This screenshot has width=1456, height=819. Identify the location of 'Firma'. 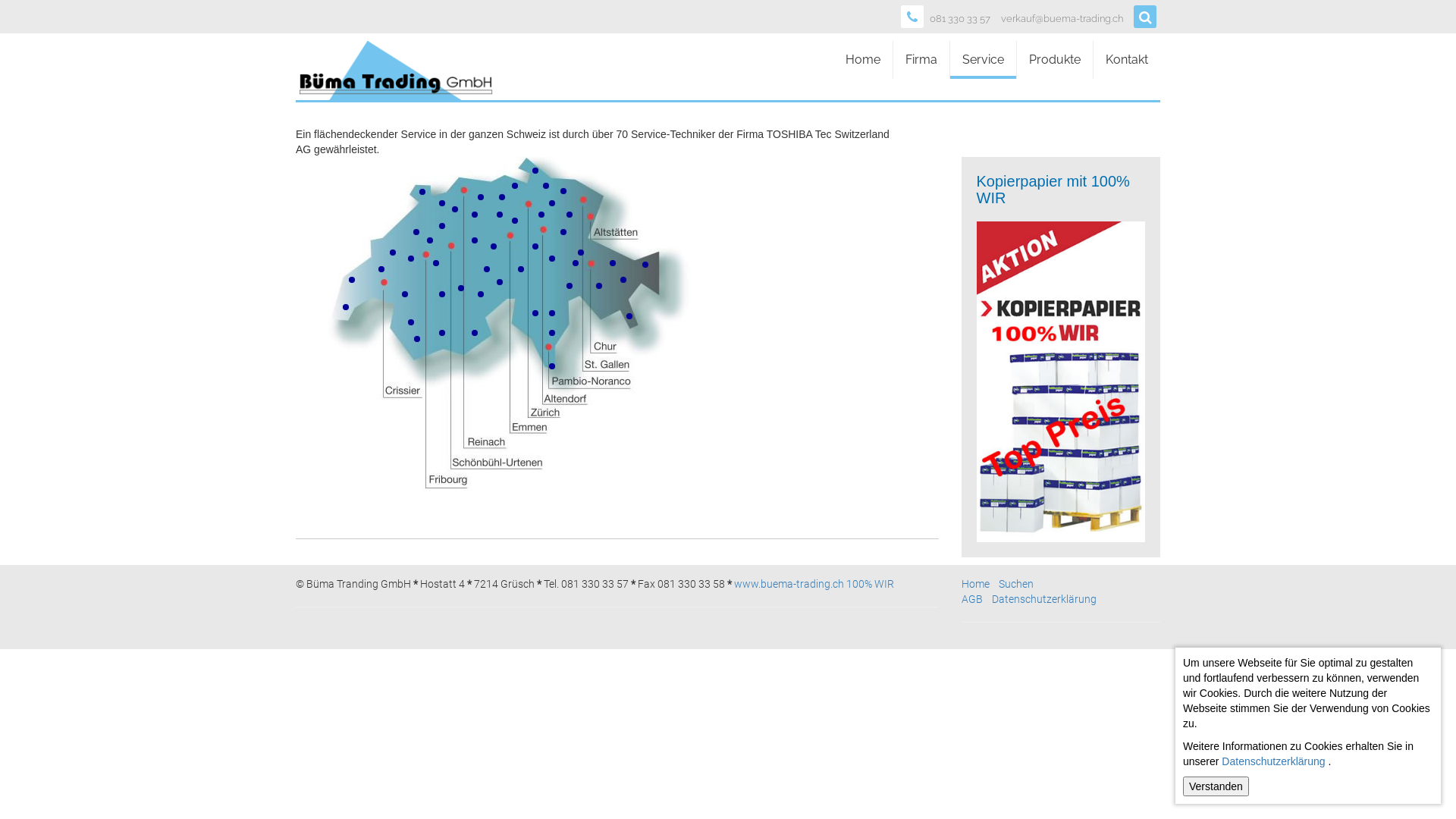
(920, 58).